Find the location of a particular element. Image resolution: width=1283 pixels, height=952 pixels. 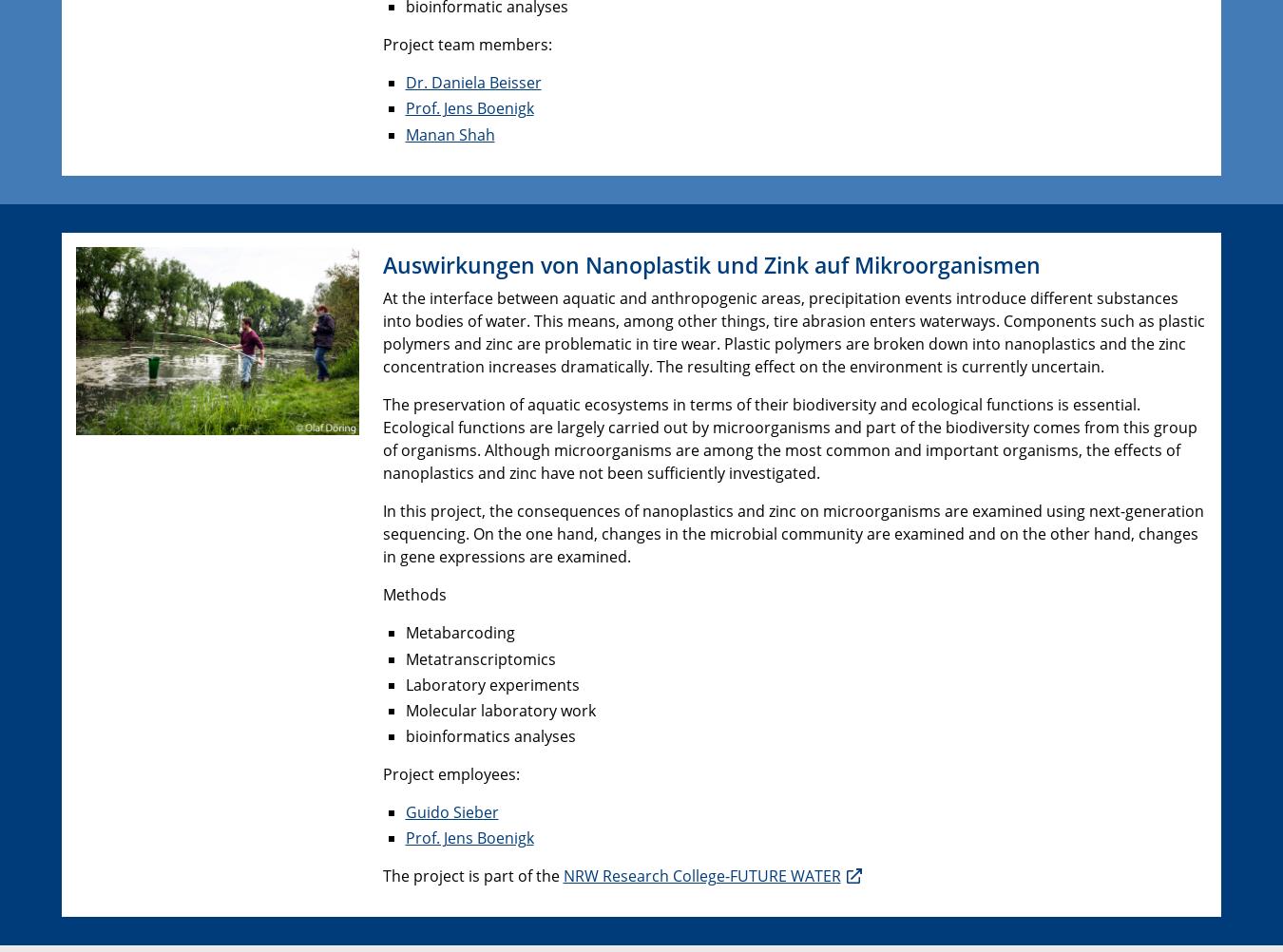

'Methods' is located at coordinates (413, 594).